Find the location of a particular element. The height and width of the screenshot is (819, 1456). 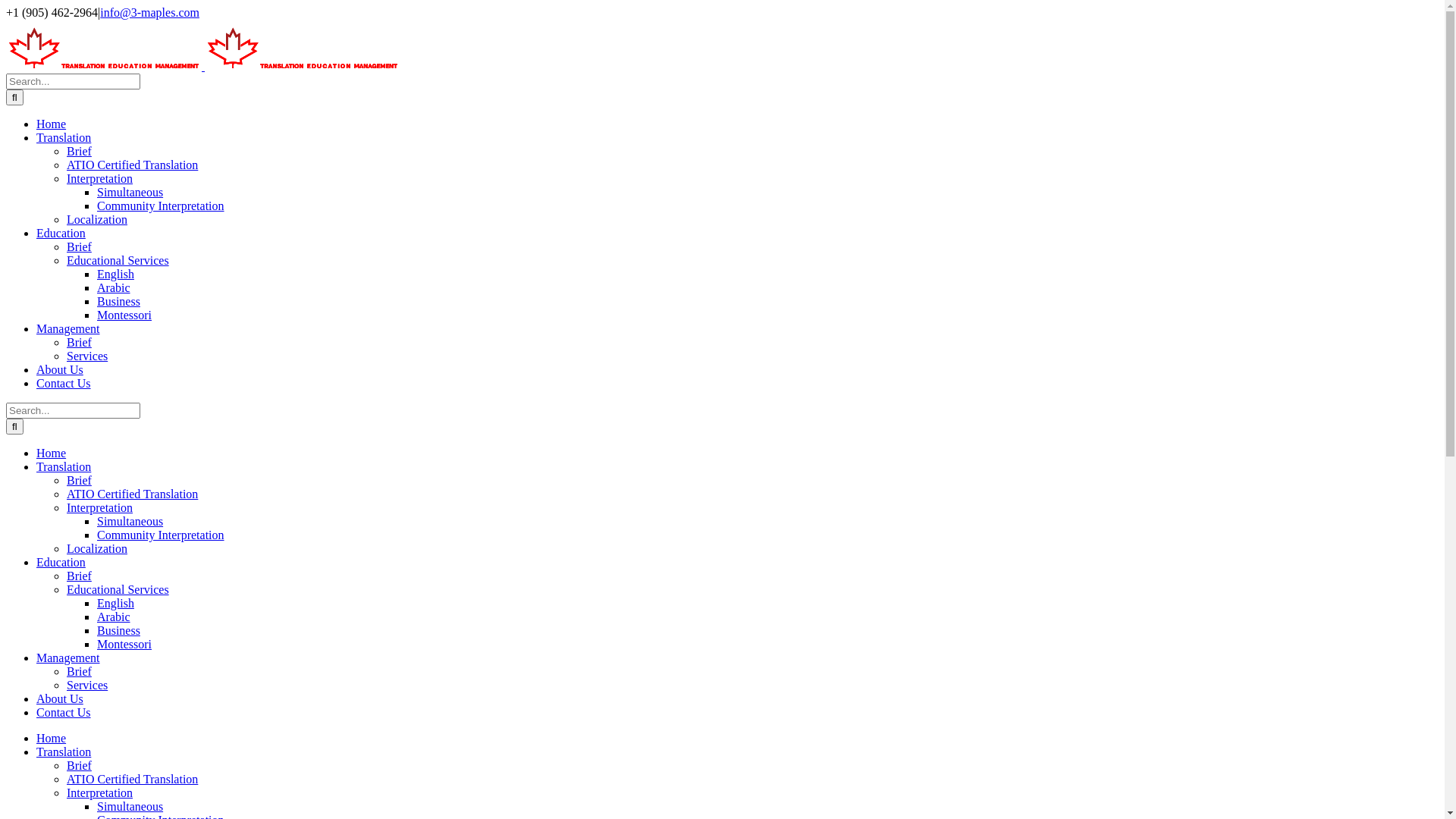

'ATIO Certified Translation' is located at coordinates (65, 165).